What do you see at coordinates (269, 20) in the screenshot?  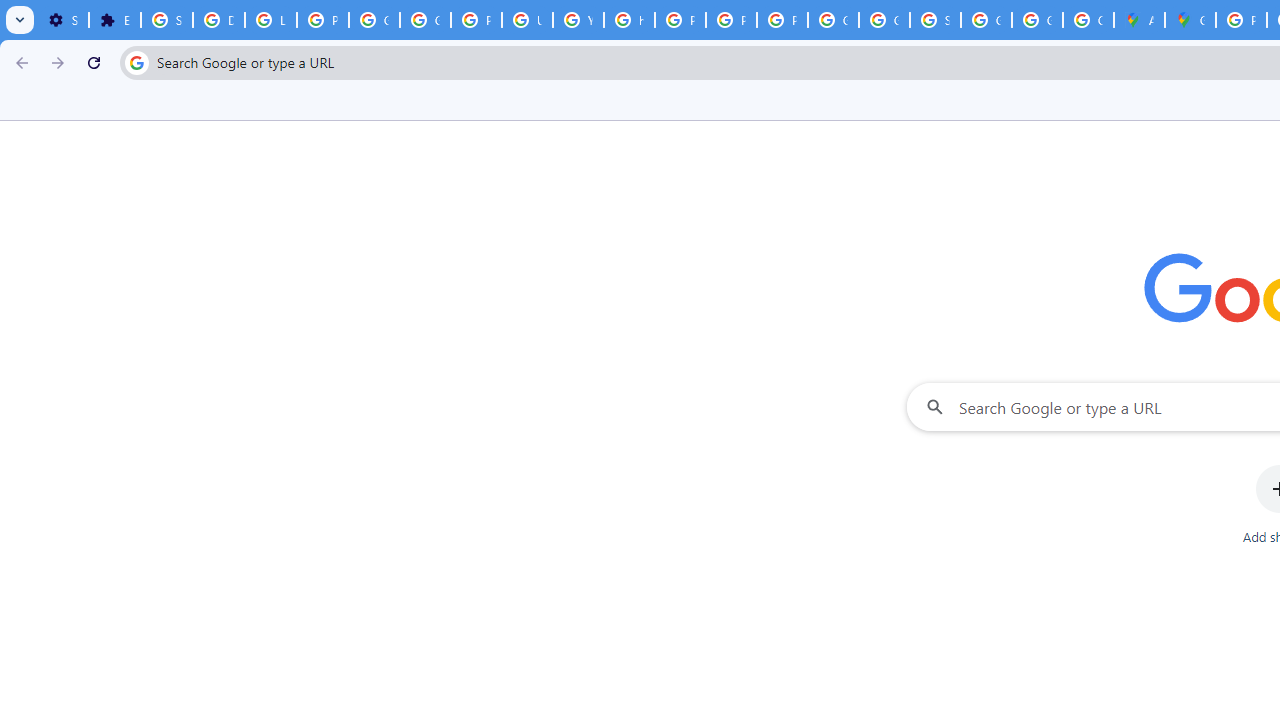 I see `'Learn how to find your photos - Google Photos Help'` at bounding box center [269, 20].